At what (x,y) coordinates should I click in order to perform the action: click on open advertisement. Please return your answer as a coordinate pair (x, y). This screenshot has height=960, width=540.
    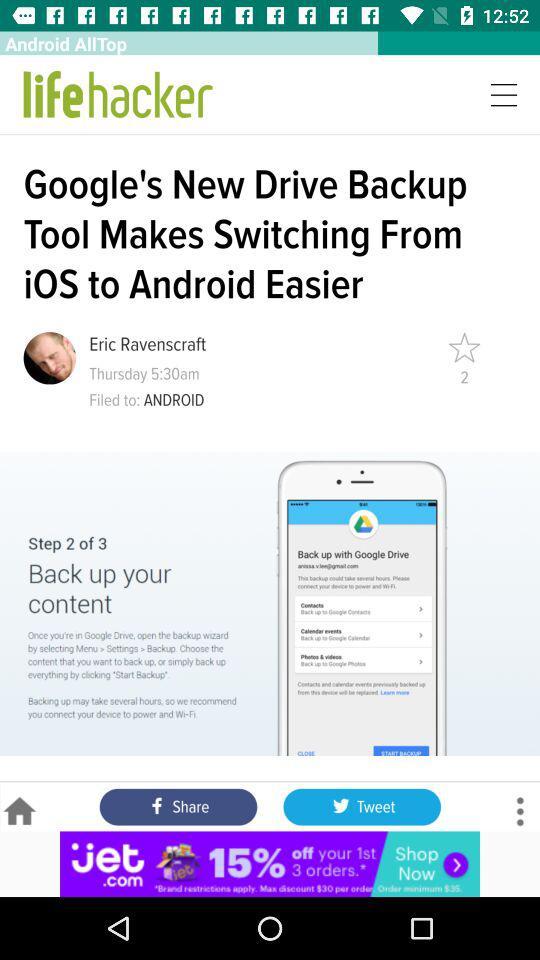
    Looking at the image, I should click on (270, 863).